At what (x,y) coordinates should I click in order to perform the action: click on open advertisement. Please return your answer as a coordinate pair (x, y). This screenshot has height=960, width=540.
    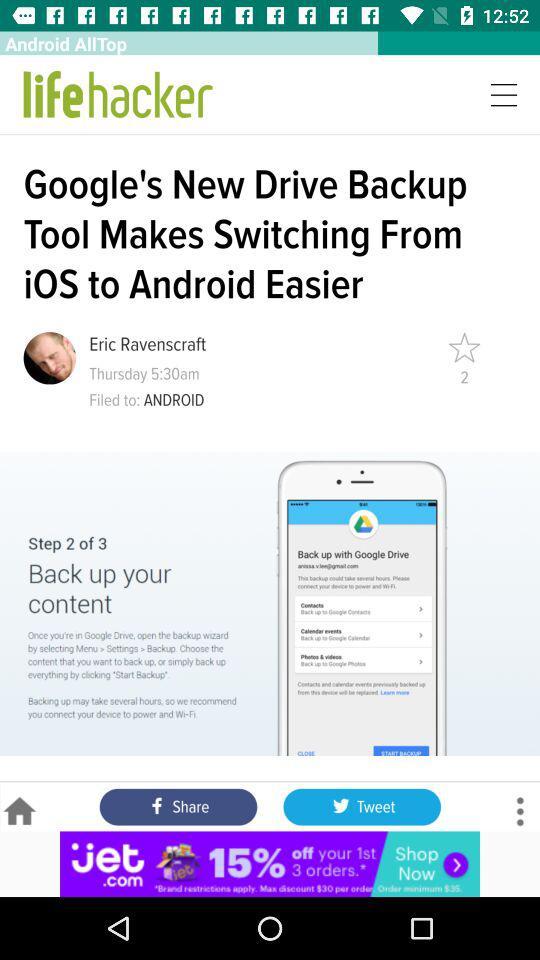
    Looking at the image, I should click on (270, 863).